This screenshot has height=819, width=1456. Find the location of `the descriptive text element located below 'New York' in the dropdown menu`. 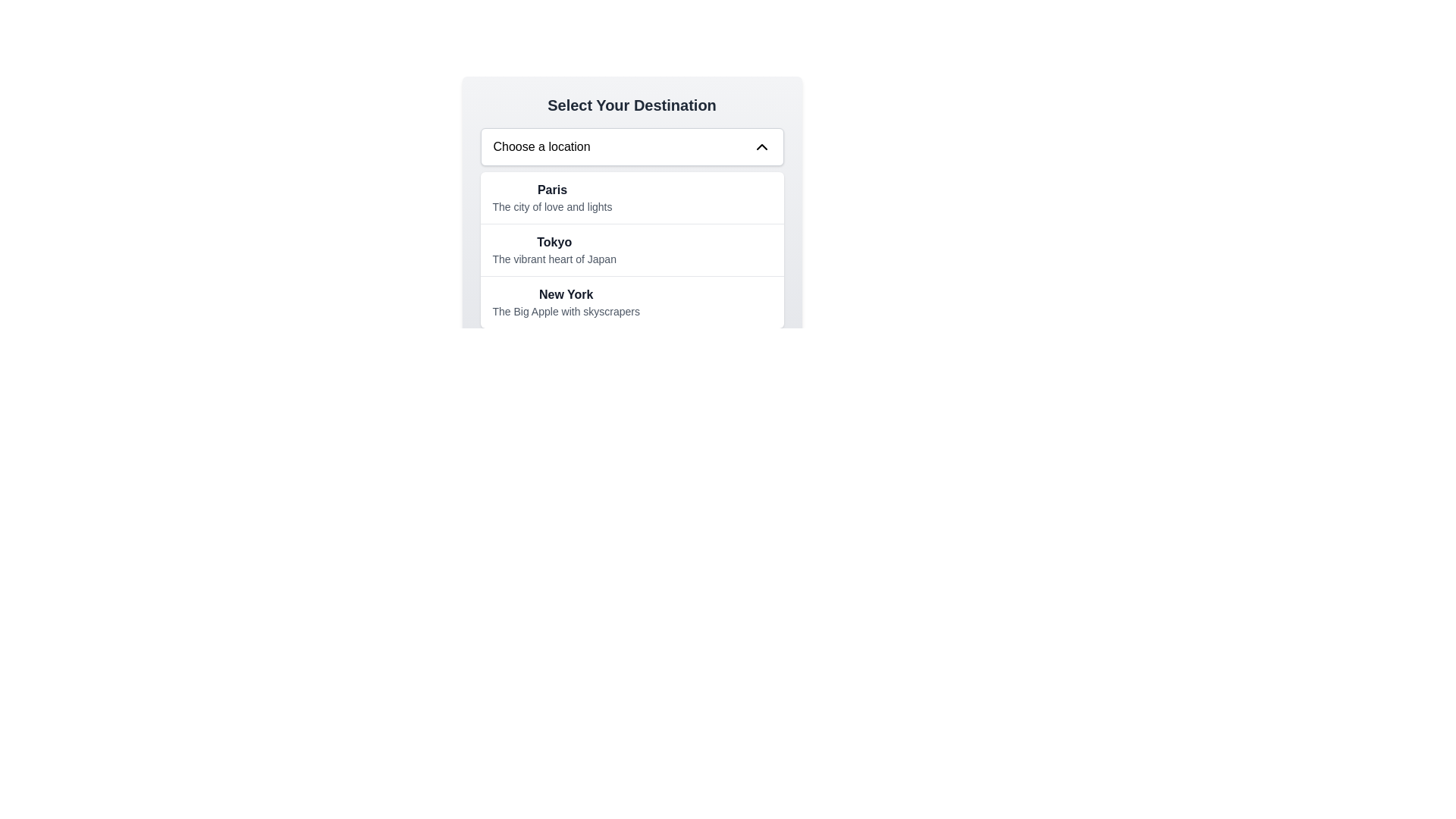

the descriptive text element located below 'New York' in the dropdown menu is located at coordinates (565, 311).